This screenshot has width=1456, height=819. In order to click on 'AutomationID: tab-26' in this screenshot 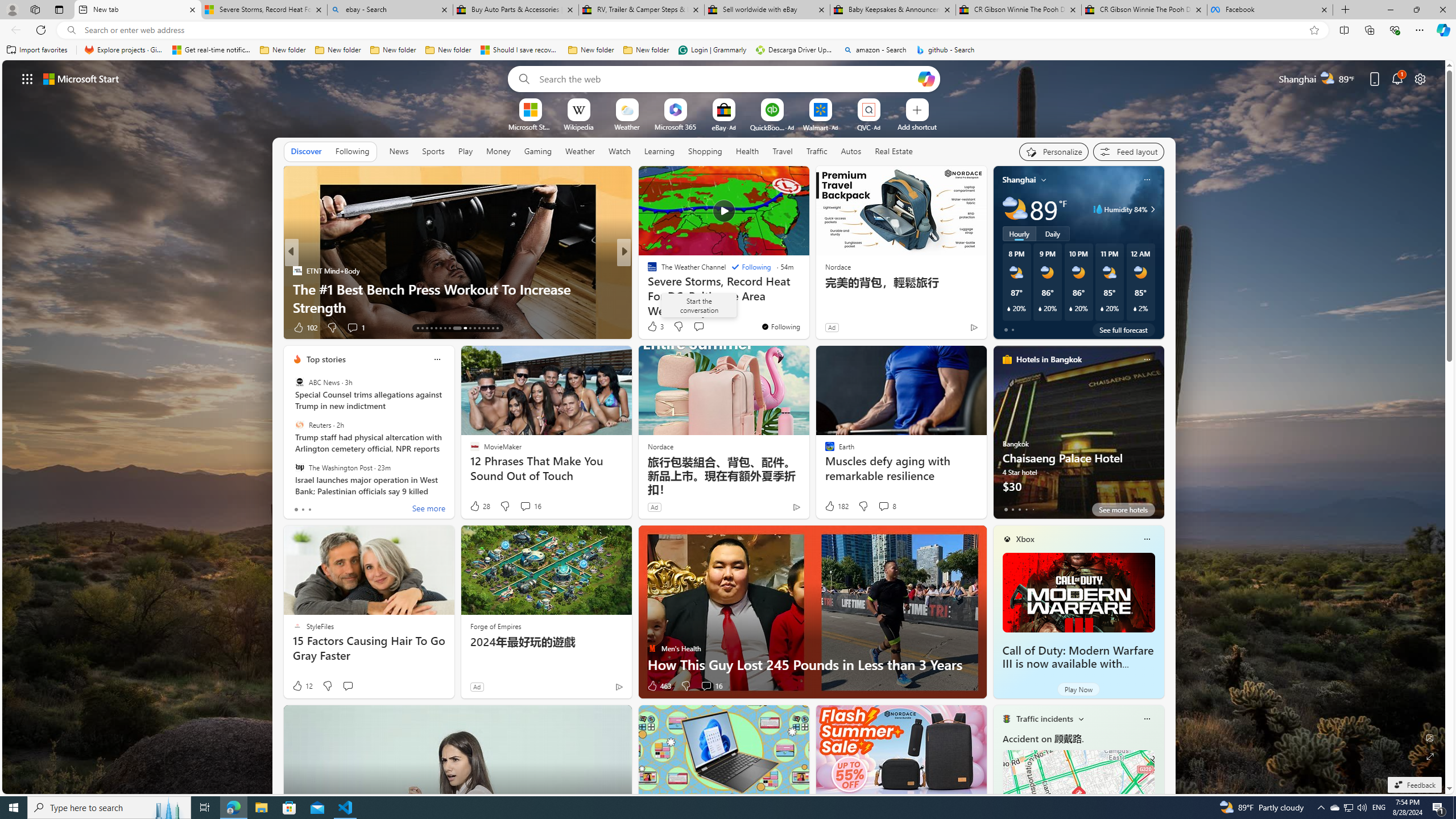, I will do `click(482, 328)`.